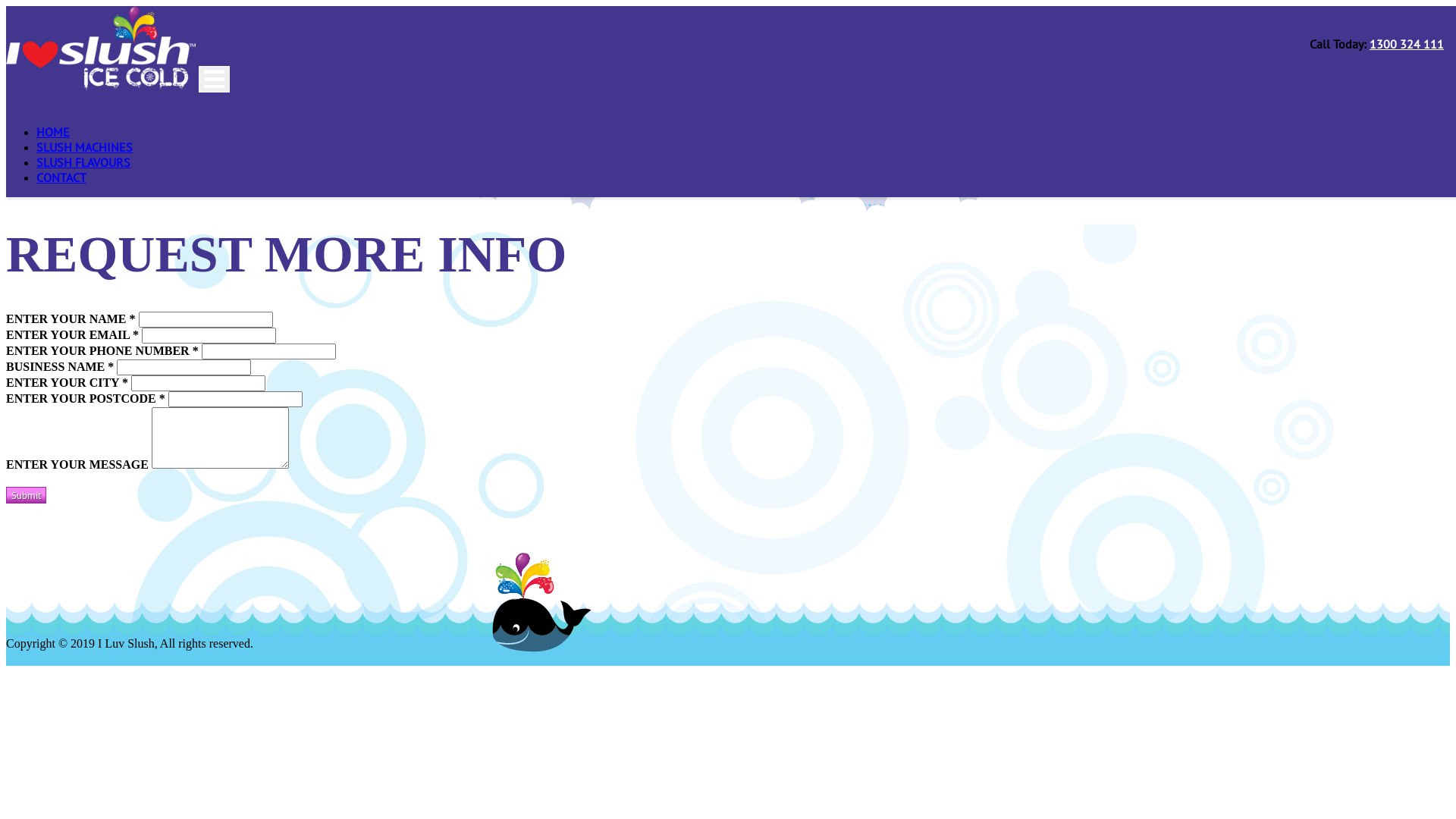 The image size is (1456, 819). I want to click on 'HOME', so click(53, 130).